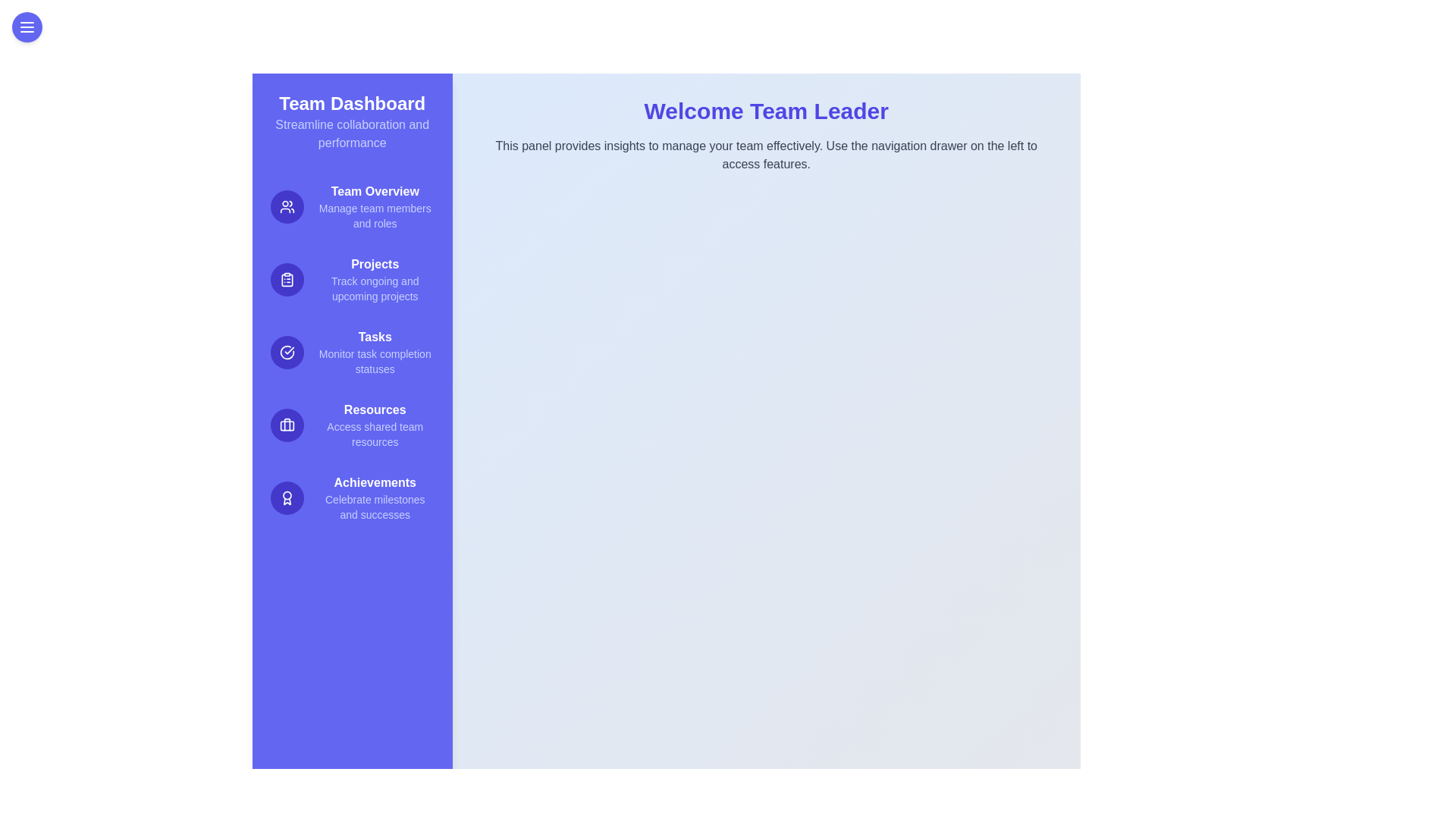 This screenshot has height=819, width=1456. What do you see at coordinates (351, 280) in the screenshot?
I see `the menu item Projects to see its hover effect` at bounding box center [351, 280].